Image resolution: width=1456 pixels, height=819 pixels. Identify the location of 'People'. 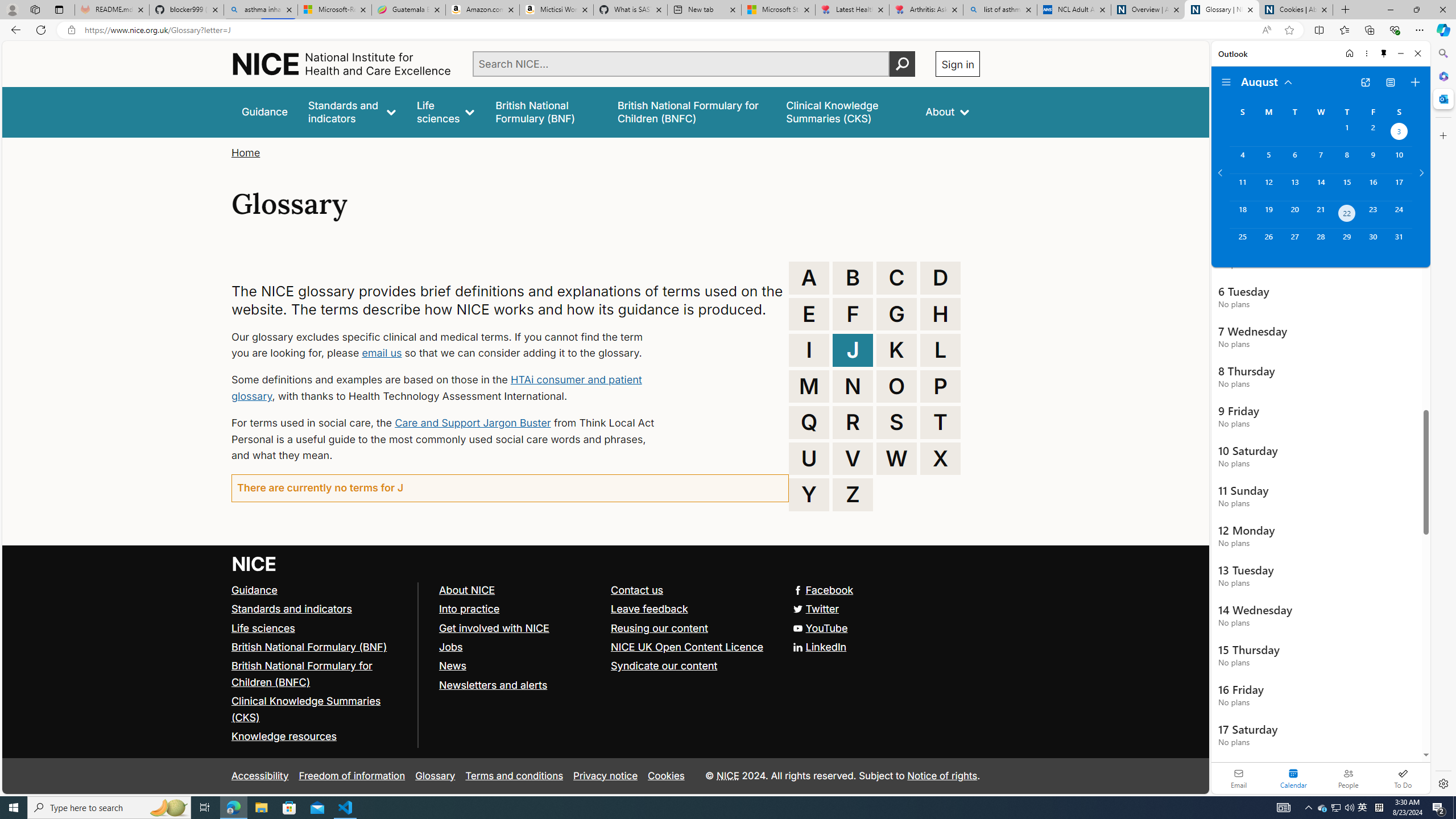
(1347, 777).